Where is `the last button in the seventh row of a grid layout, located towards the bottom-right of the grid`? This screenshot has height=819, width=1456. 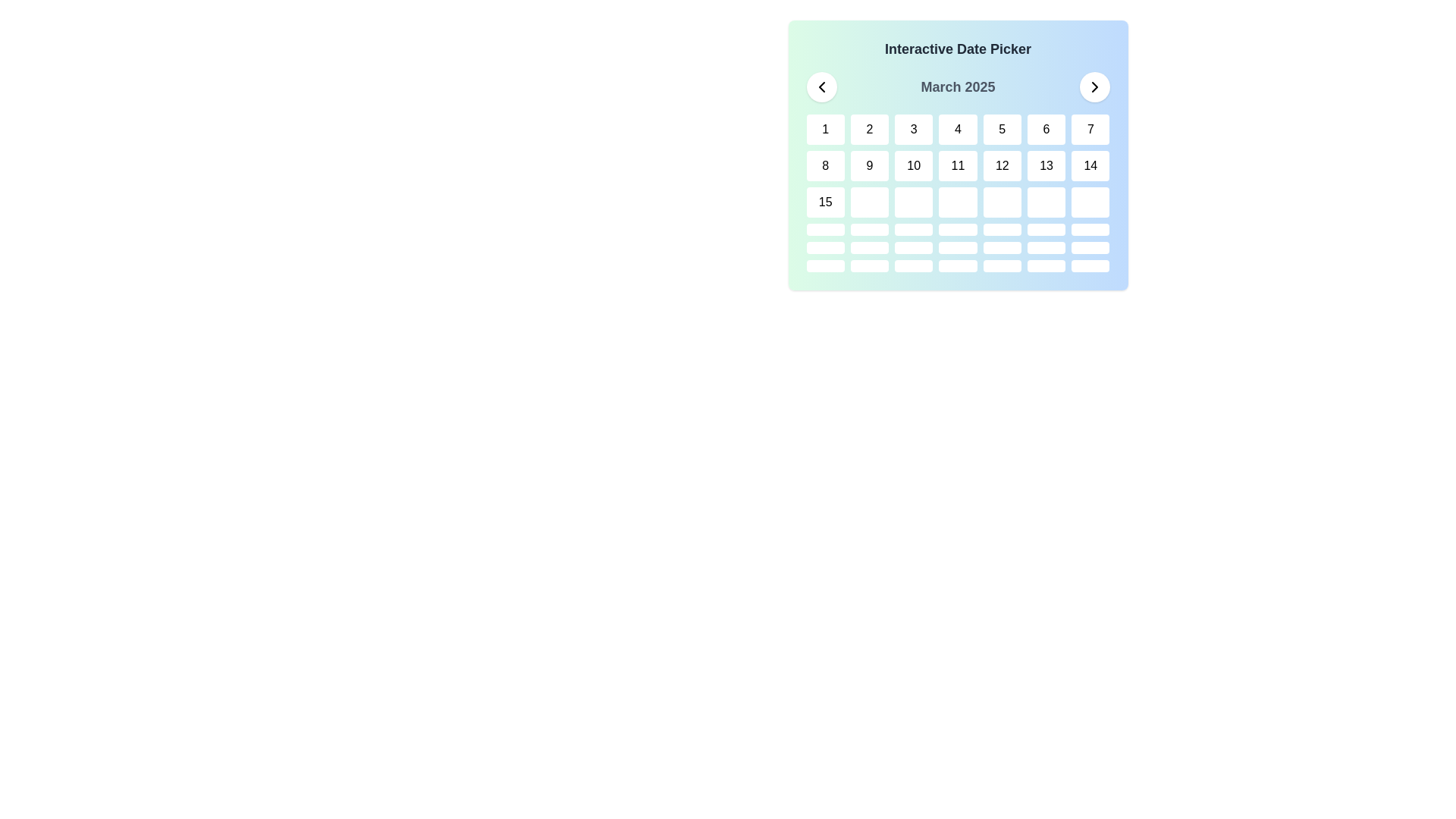 the last button in the seventh row of a grid layout, located towards the bottom-right of the grid is located at coordinates (1090, 247).